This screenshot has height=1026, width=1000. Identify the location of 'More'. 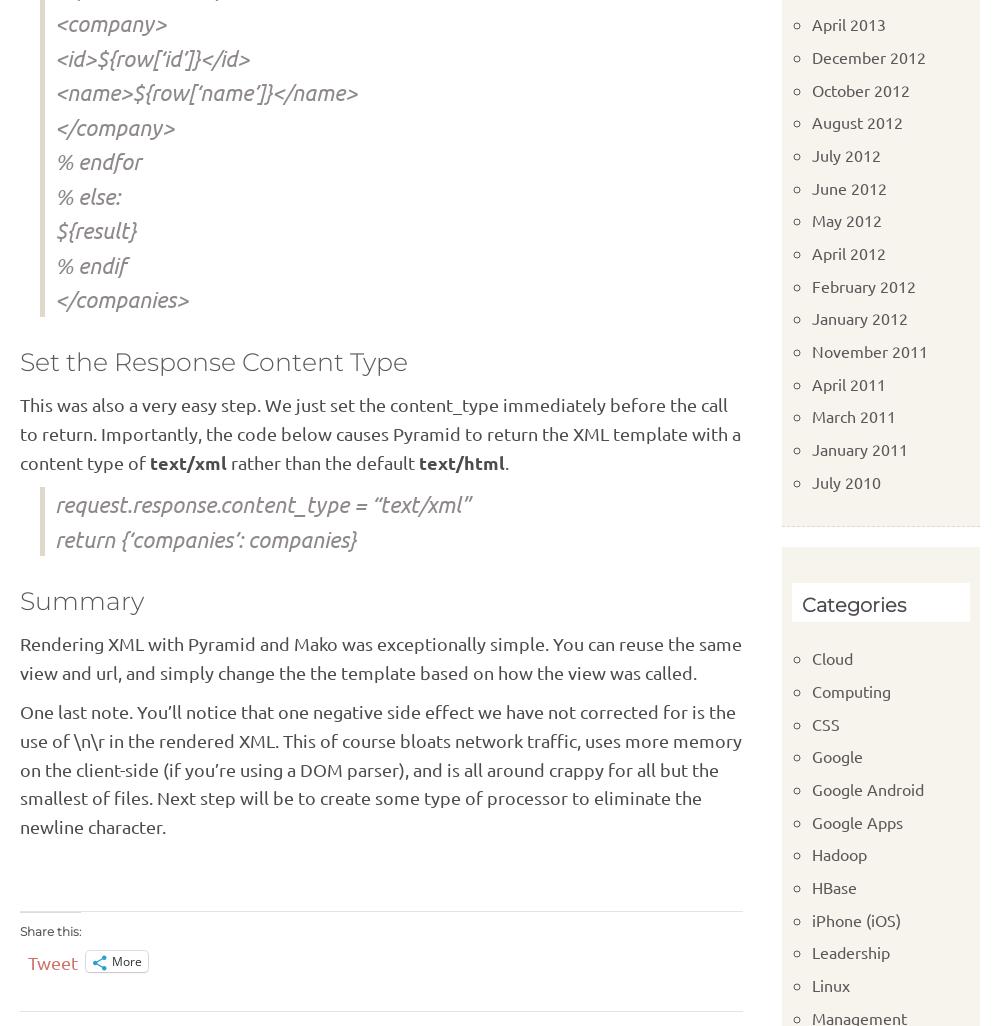
(127, 961).